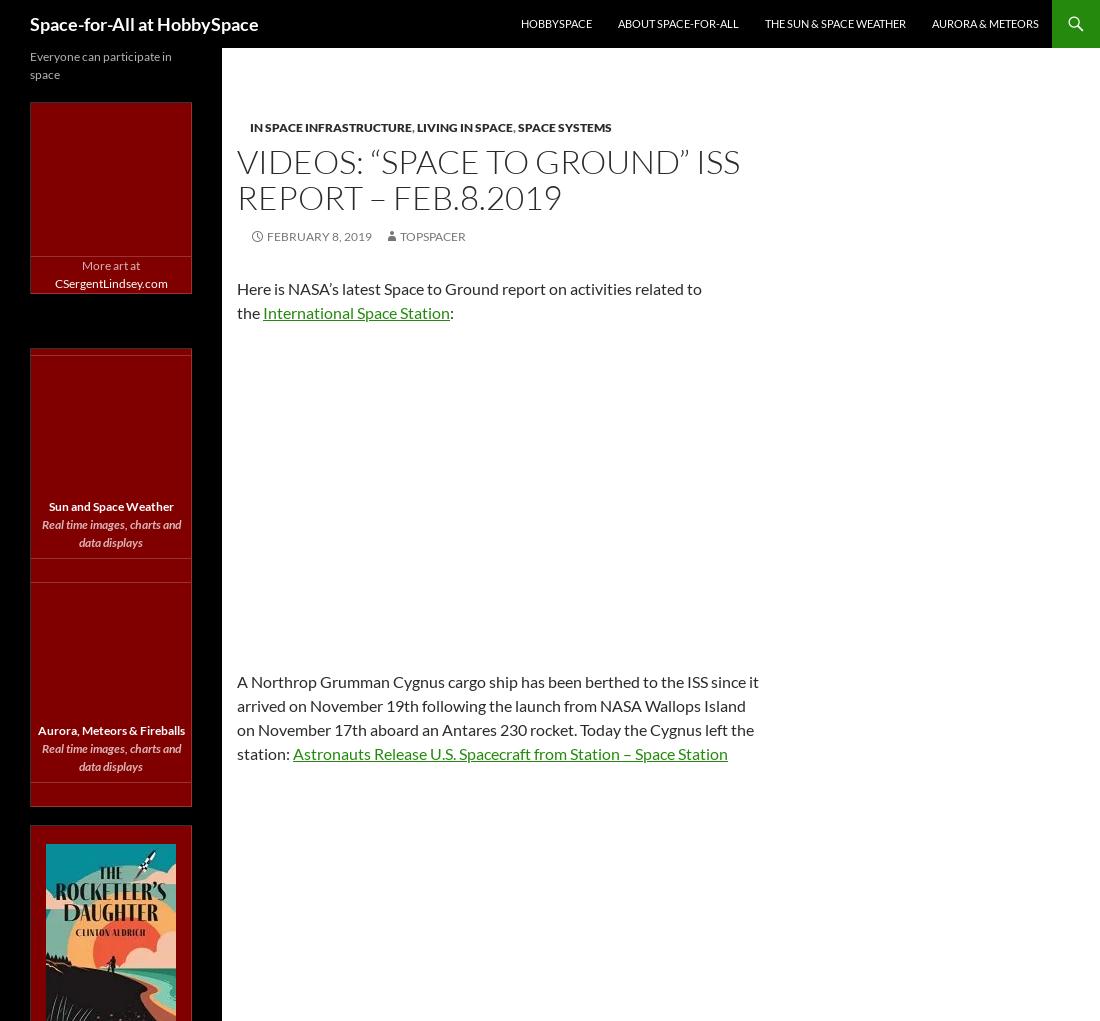 The image size is (1100, 1021). What do you see at coordinates (834, 22) in the screenshot?
I see `'The Sun & Space Weather'` at bounding box center [834, 22].